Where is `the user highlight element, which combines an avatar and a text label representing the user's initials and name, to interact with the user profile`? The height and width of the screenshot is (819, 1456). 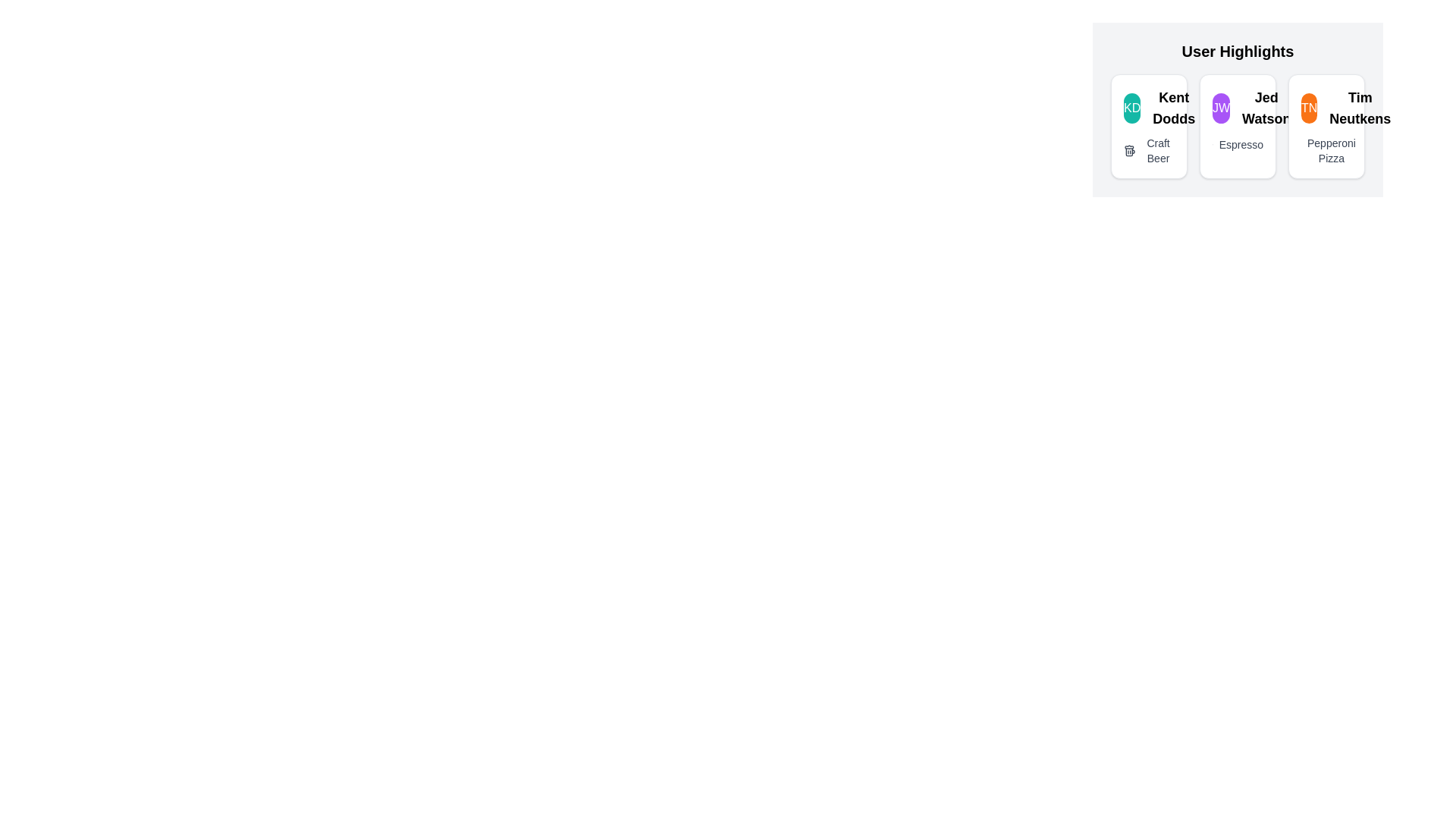
the user highlight element, which combines an avatar and a text label representing the user's initials and name, to interact with the user profile is located at coordinates (1238, 107).